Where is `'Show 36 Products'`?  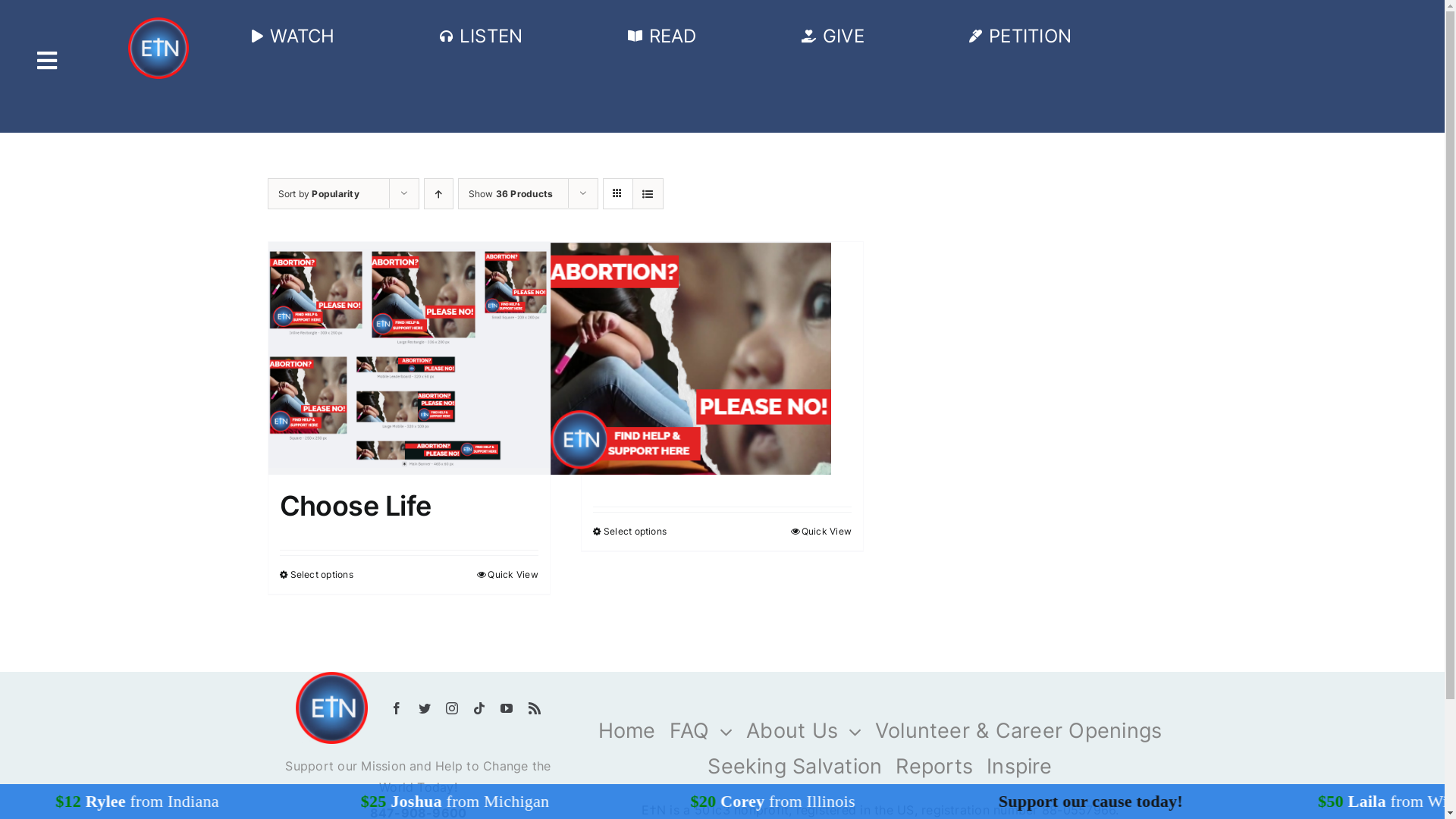
'Show 36 Products' is located at coordinates (510, 193).